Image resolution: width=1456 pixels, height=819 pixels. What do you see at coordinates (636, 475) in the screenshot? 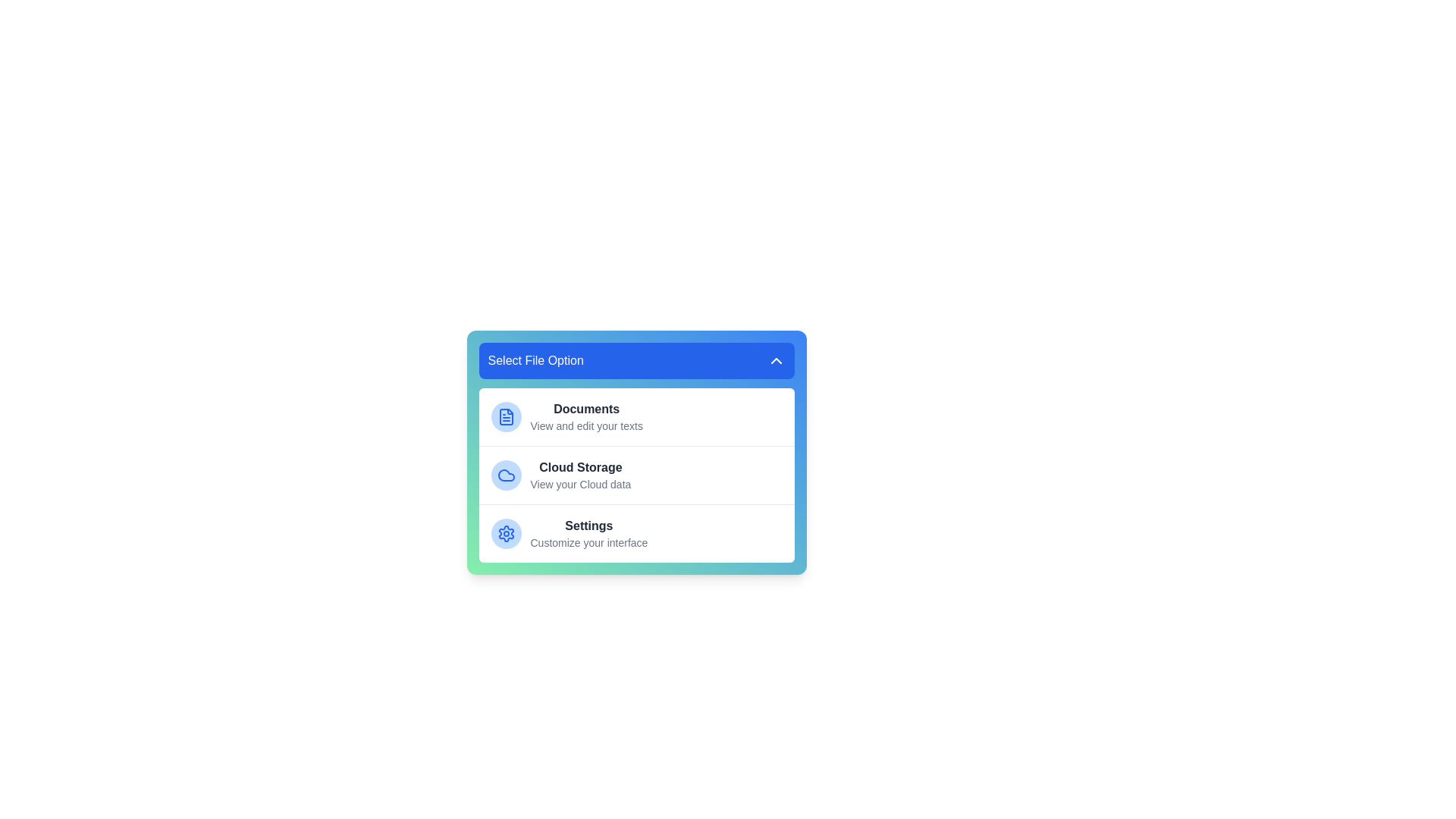
I see `the second menu item in the 'Select File Option' card` at bounding box center [636, 475].